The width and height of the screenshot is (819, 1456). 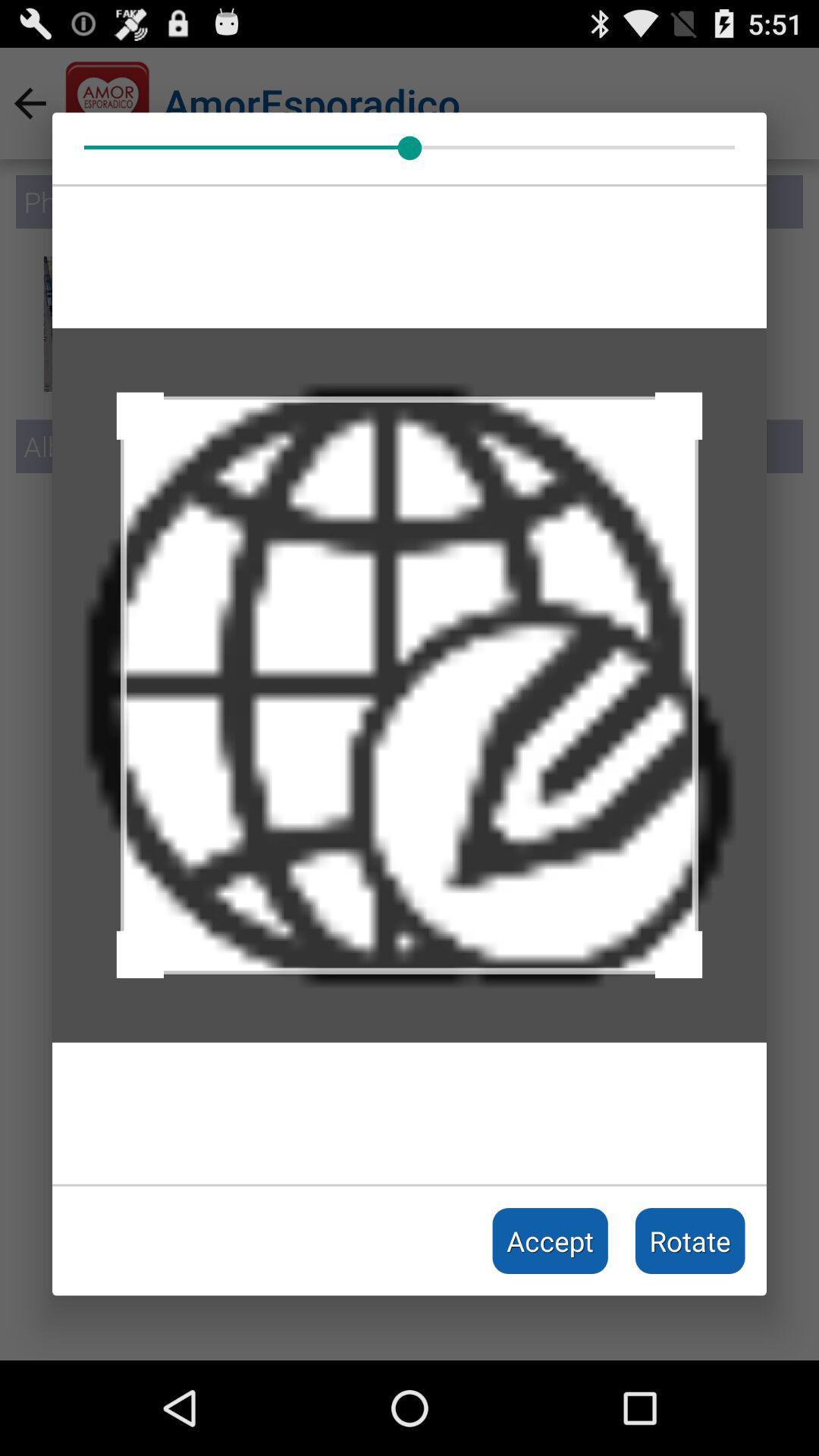 I want to click on the icon to the right of accept, so click(x=690, y=1241).